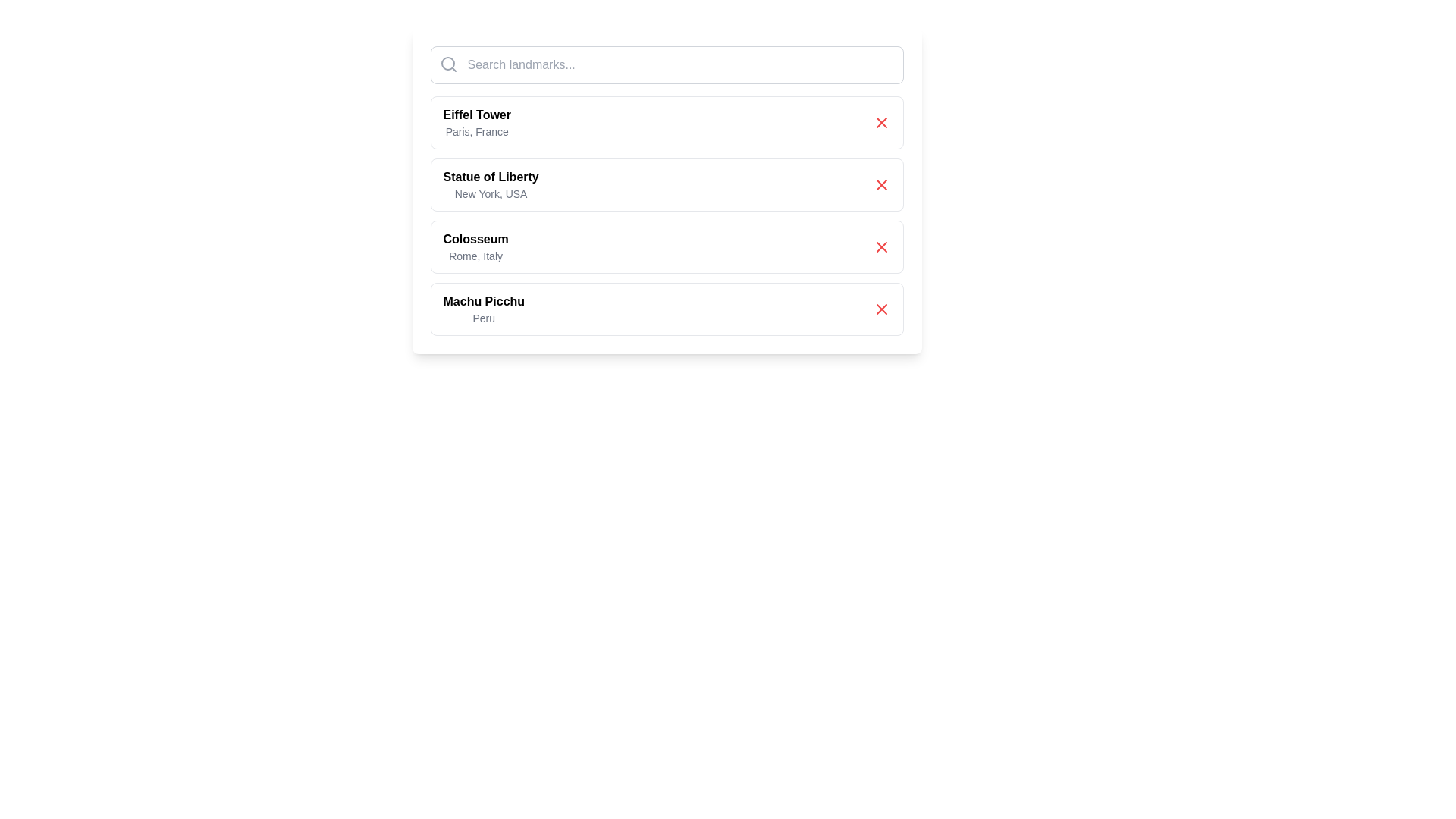 This screenshot has width=1456, height=819. Describe the element at coordinates (881, 184) in the screenshot. I see `the red cross icon button indicating a cancellation or deletion action, located at the end of the row containing 'Statue of Liberty' and 'New York, USA'` at that location.